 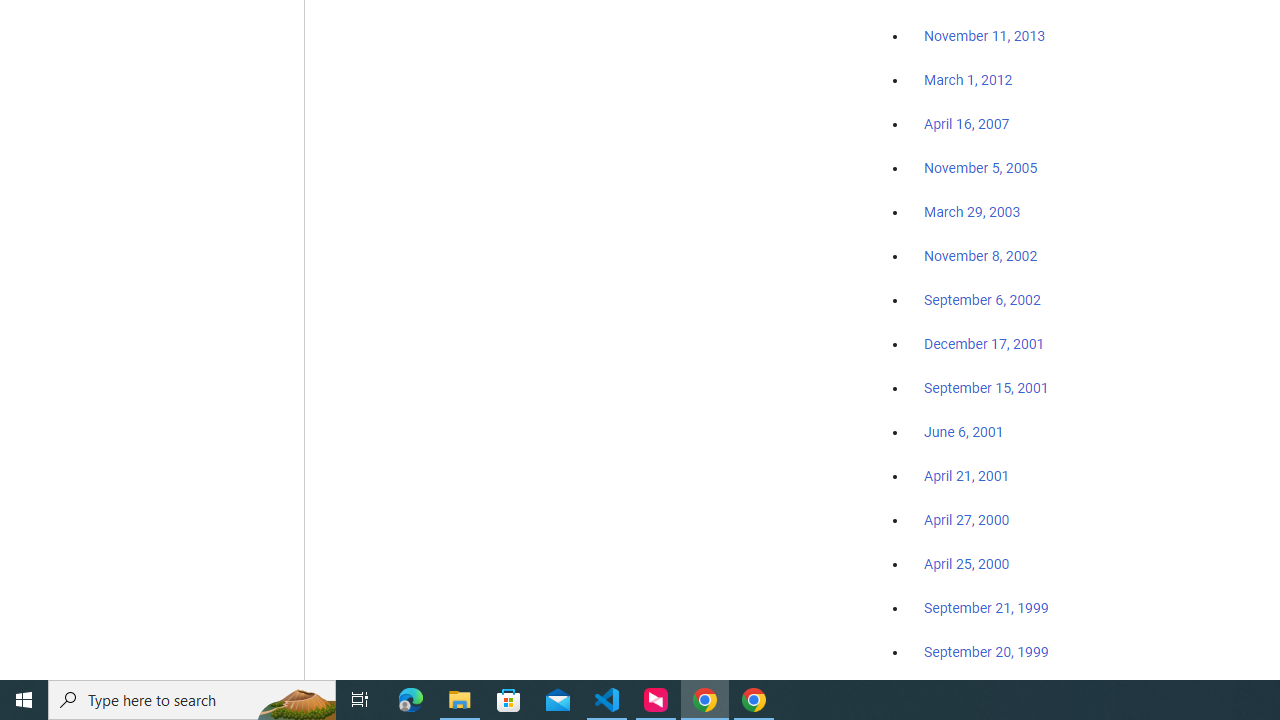 What do you see at coordinates (981, 167) in the screenshot?
I see `'November 5, 2005'` at bounding box center [981, 167].